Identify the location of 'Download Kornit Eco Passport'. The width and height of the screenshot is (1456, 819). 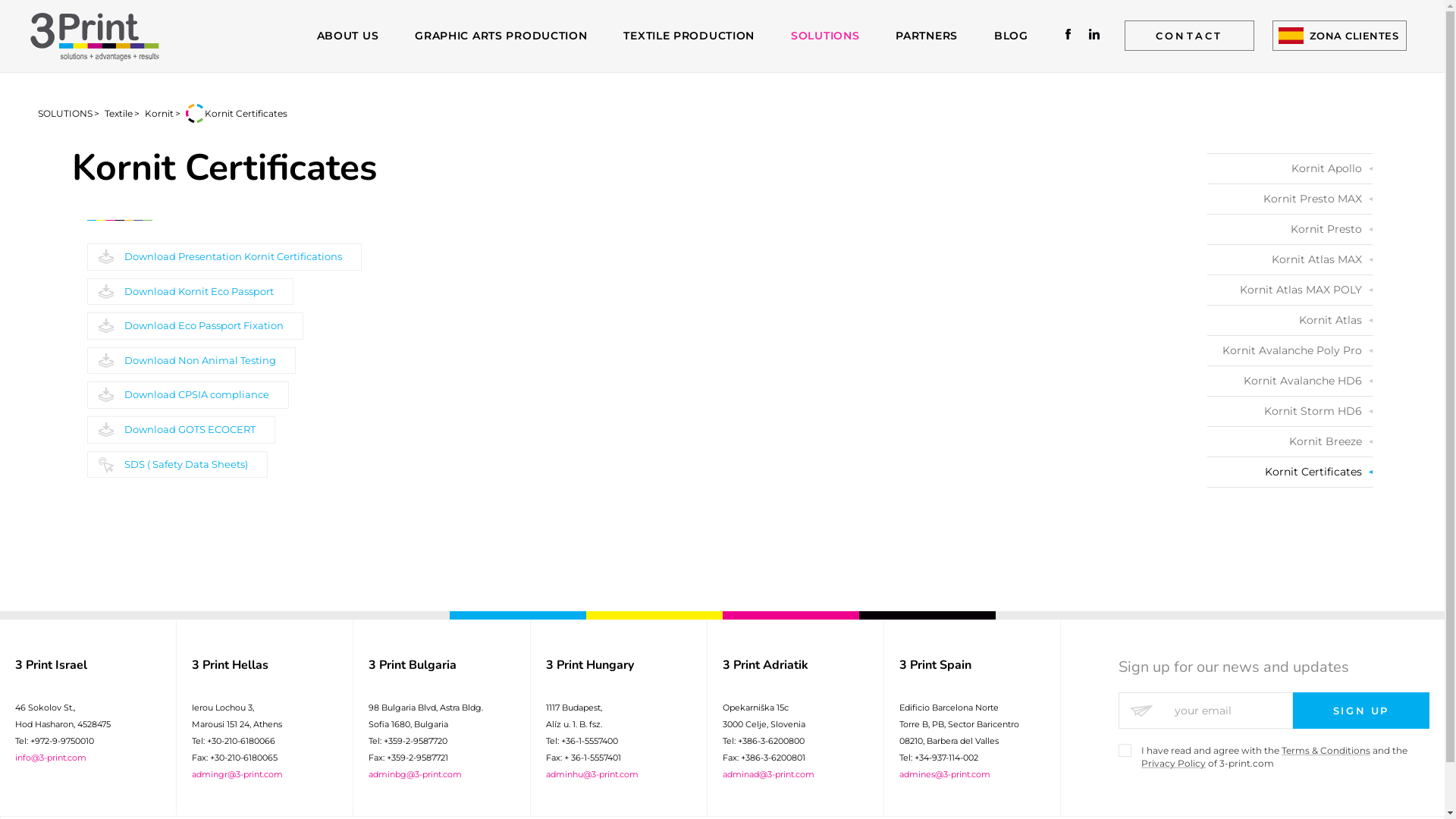
(189, 292).